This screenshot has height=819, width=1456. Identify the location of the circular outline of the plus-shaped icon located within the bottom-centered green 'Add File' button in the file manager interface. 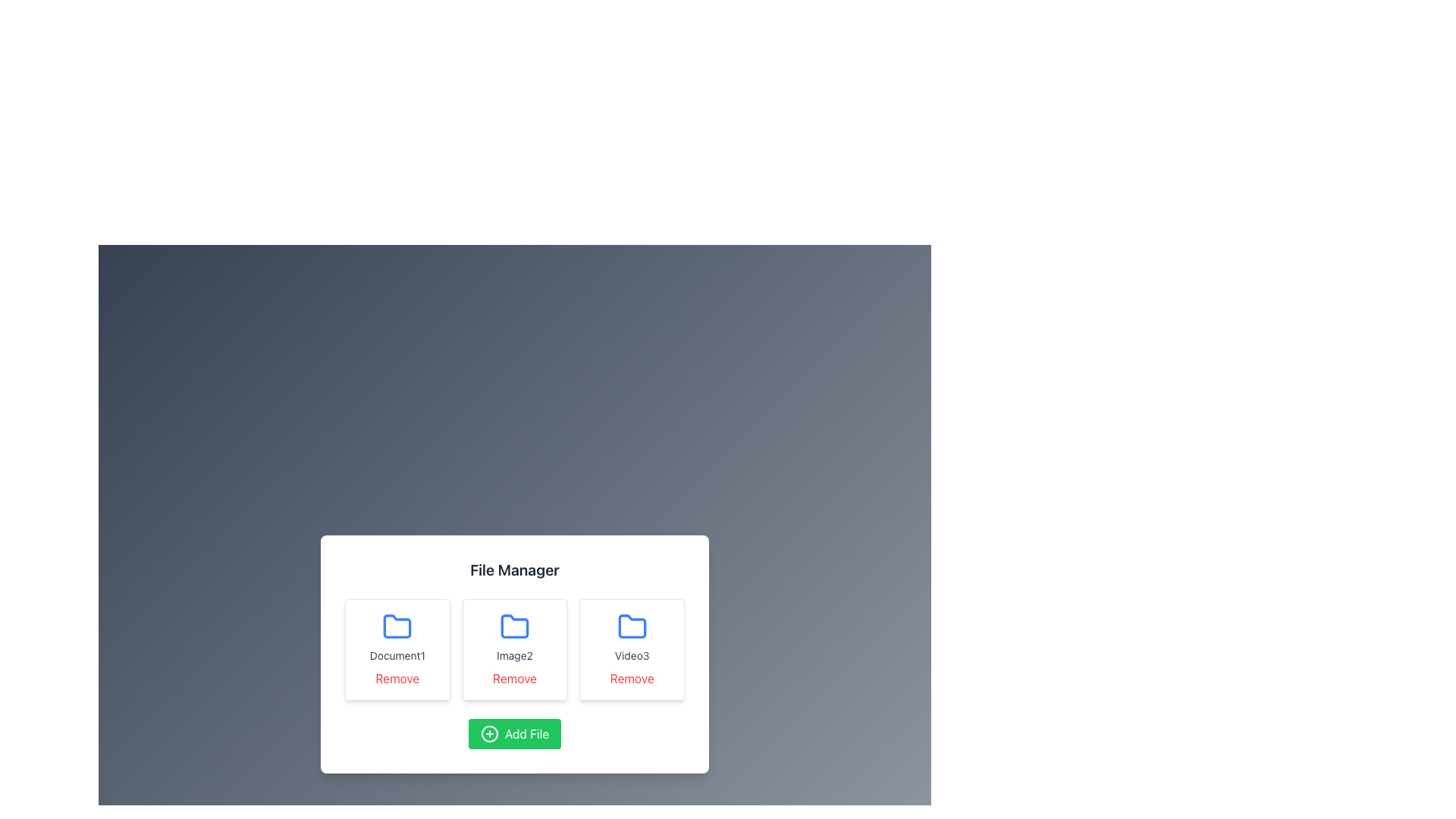
(489, 733).